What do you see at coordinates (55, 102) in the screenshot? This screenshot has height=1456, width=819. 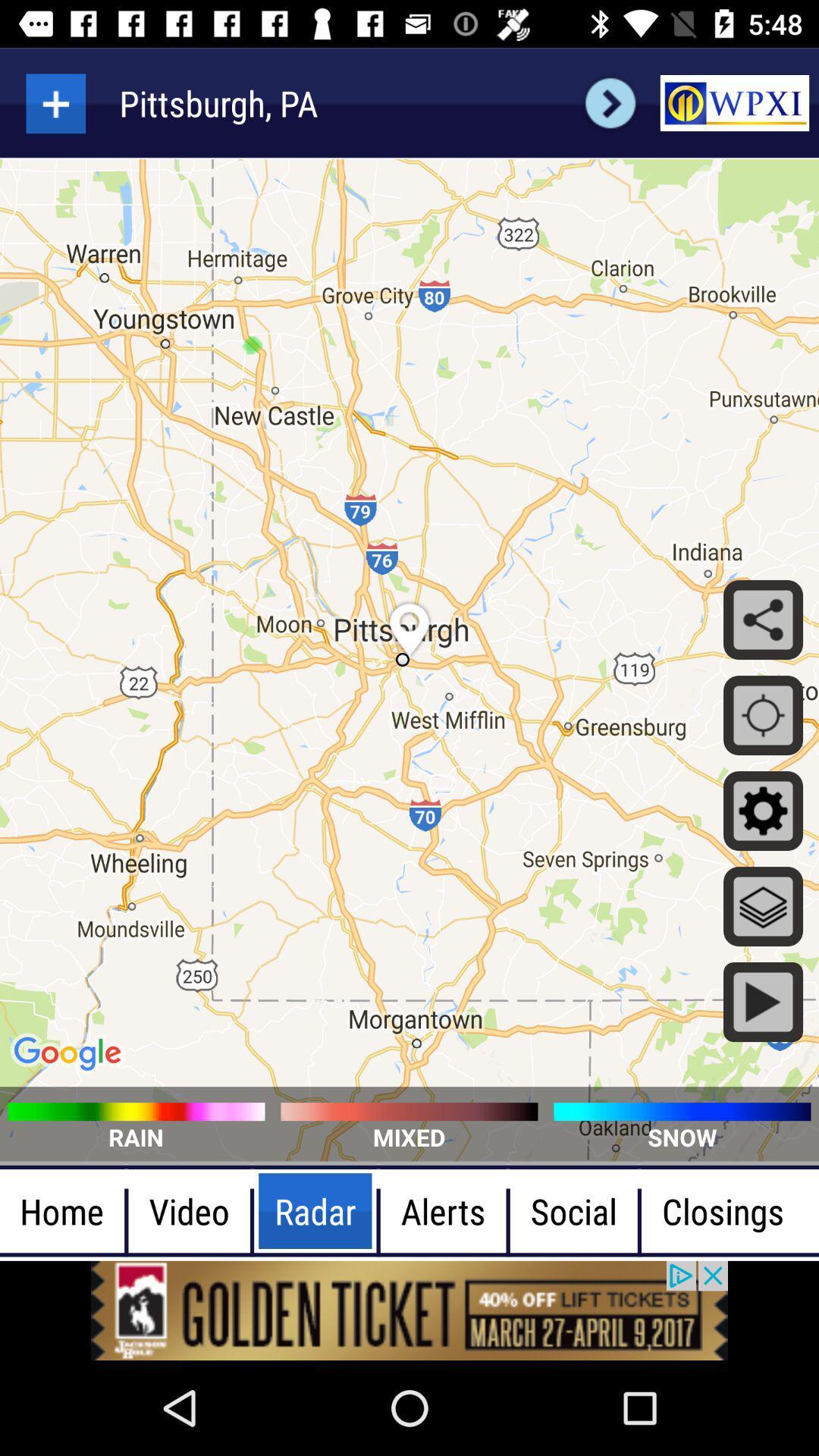 I see `advertisement city` at bounding box center [55, 102].